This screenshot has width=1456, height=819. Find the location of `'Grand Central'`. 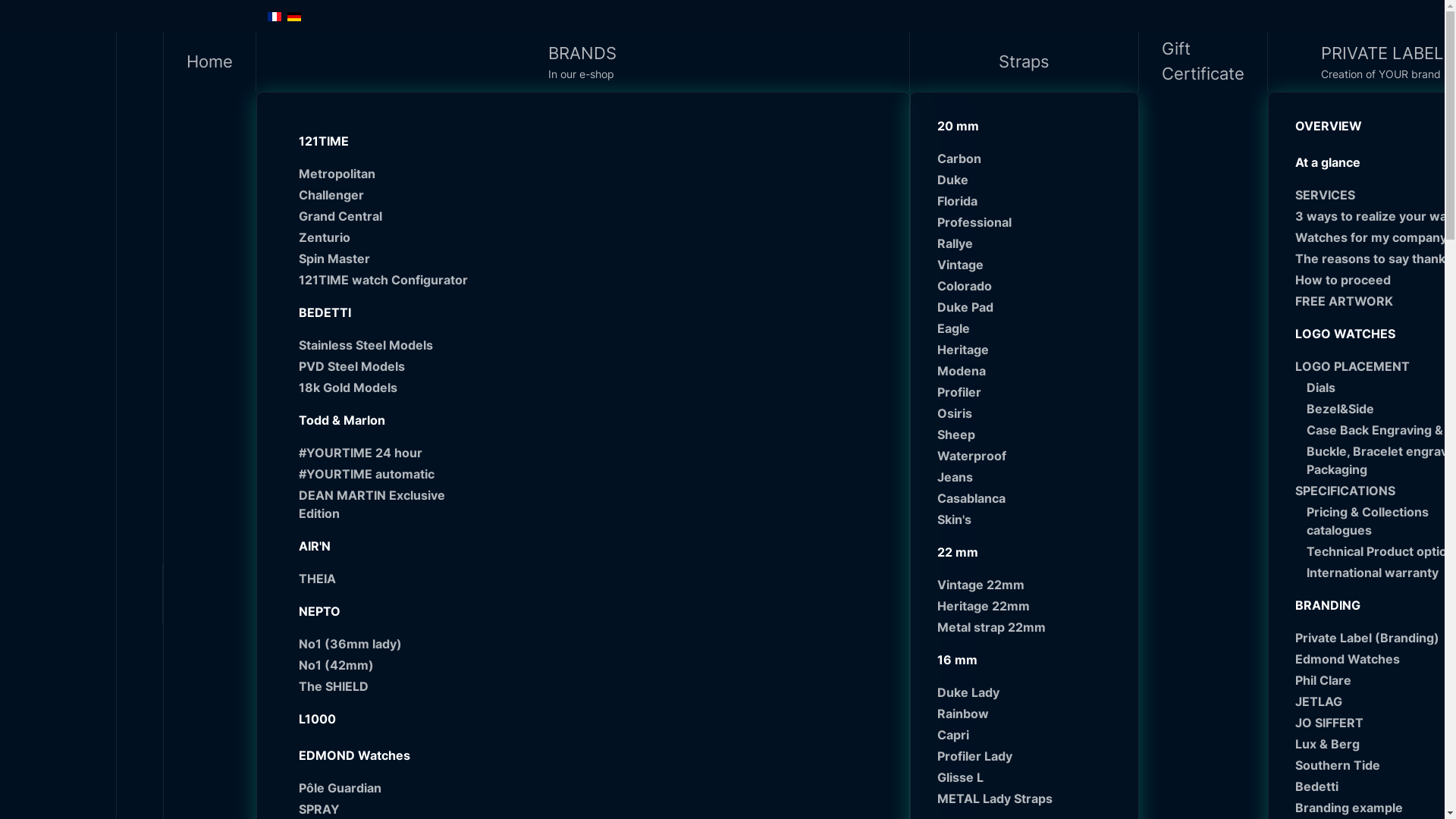

'Grand Central' is located at coordinates (384, 216).